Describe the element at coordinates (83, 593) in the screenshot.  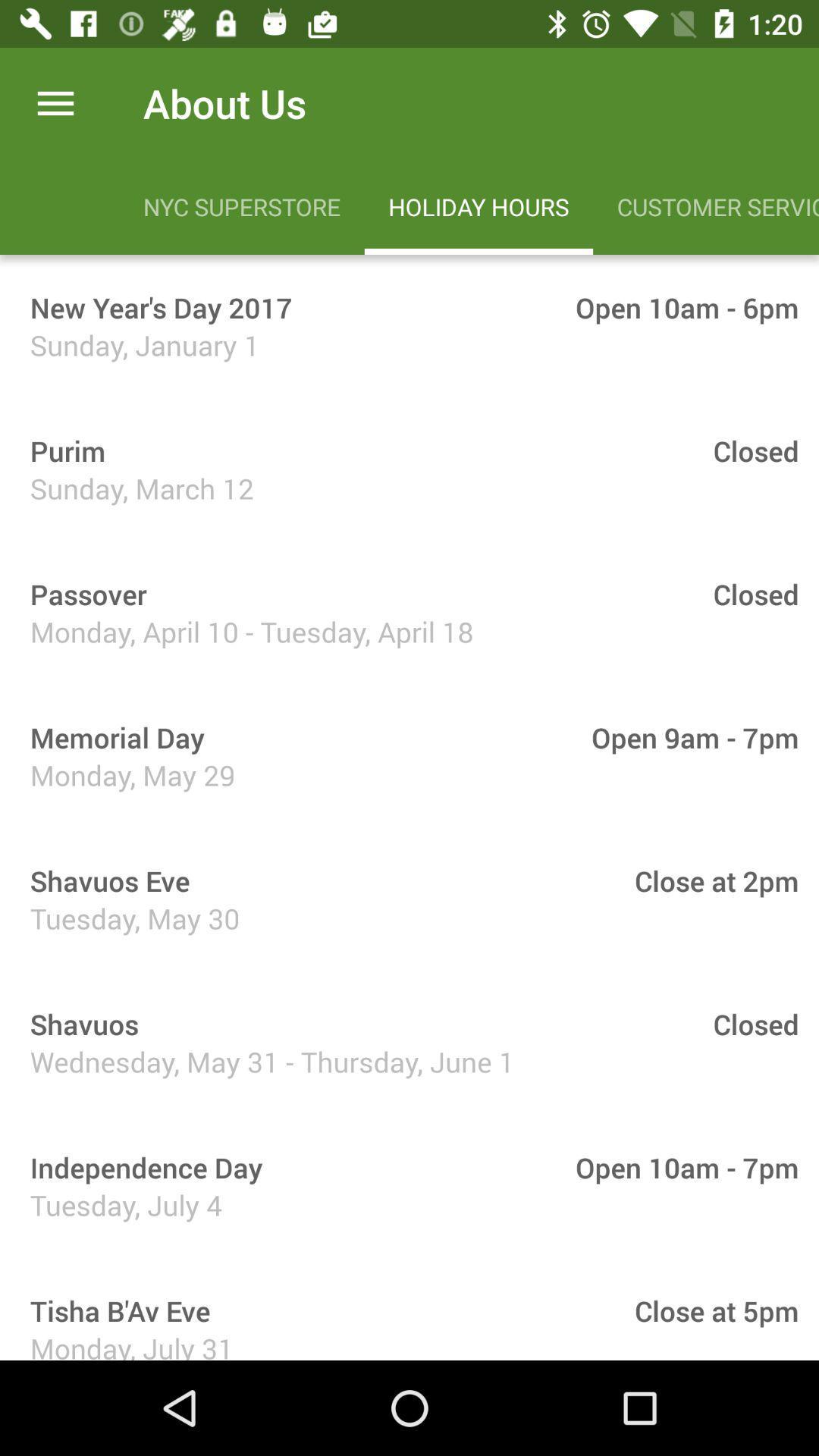
I see `passover icon` at that location.